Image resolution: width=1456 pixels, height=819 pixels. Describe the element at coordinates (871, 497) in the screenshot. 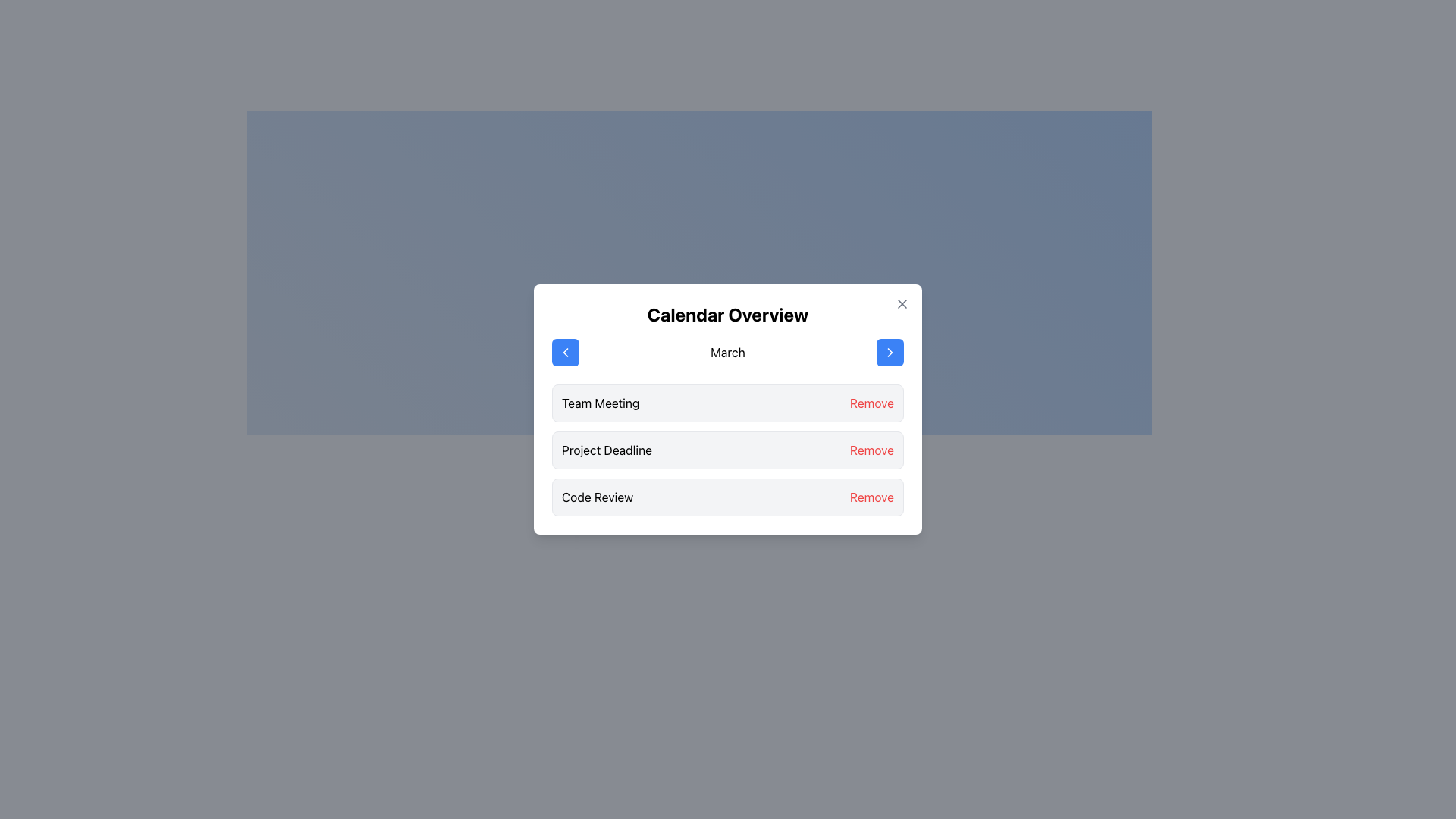

I see `the interactive text link styled as a button labeled 'Remove' located to the right of 'Code Review' in the third row of the modal dialog` at that location.